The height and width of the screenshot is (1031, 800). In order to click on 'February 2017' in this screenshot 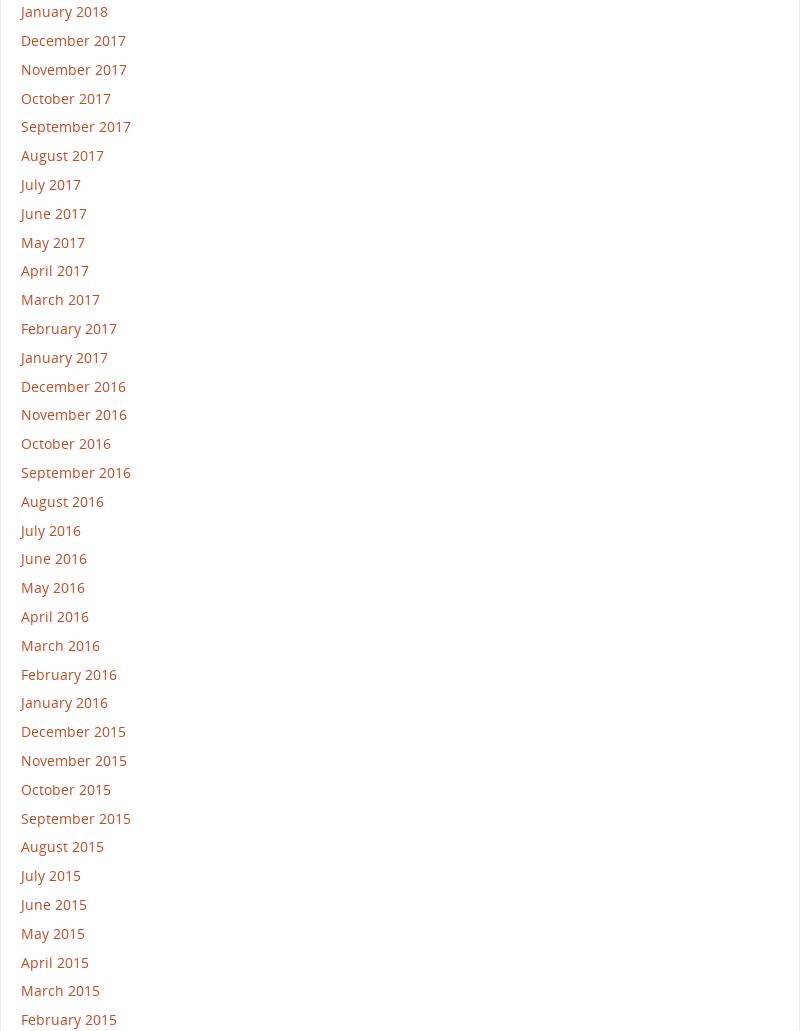, I will do `click(68, 327)`.